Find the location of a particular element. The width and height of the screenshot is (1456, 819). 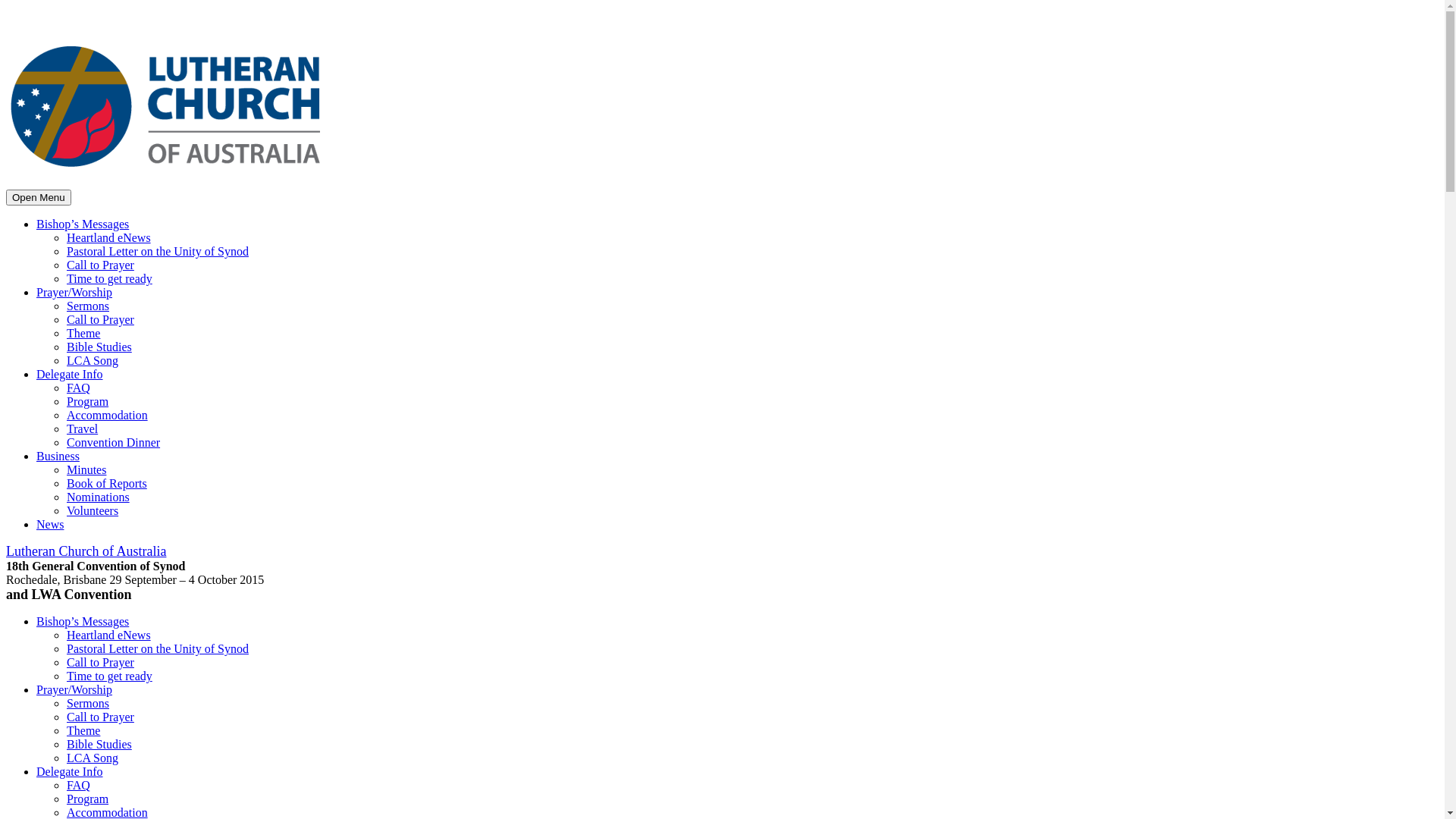

'Prayer/Worship' is located at coordinates (73, 292).